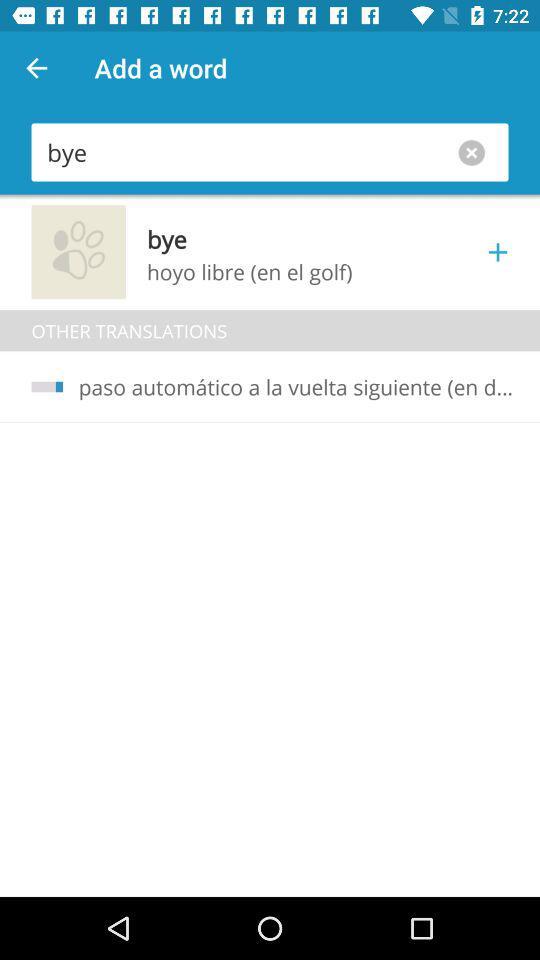 The width and height of the screenshot is (540, 960). Describe the element at coordinates (475, 151) in the screenshot. I see `close` at that location.